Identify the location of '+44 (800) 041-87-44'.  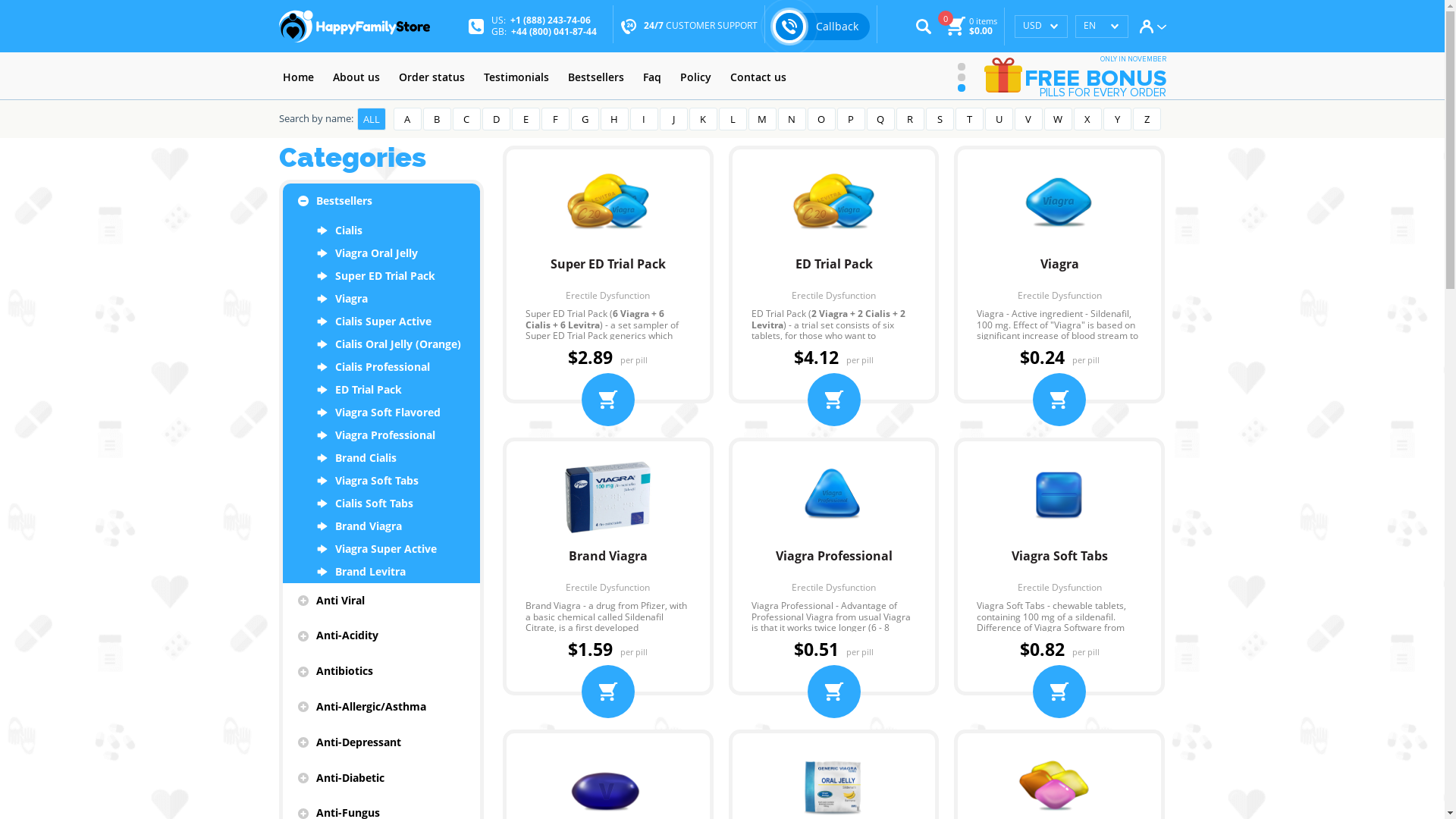
(553, 30).